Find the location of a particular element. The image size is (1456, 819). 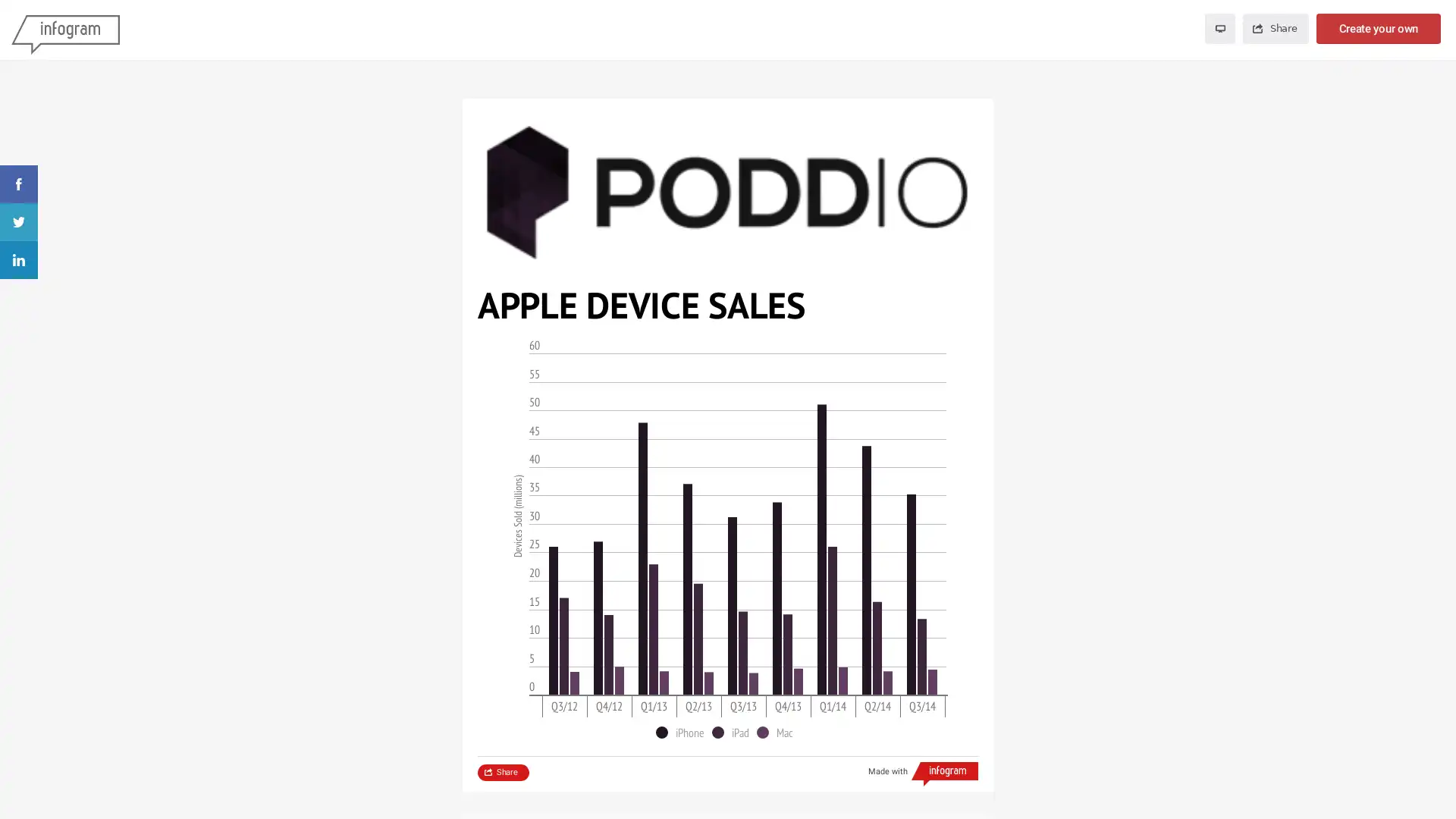

Show side buttons is located at coordinates (971, 120).